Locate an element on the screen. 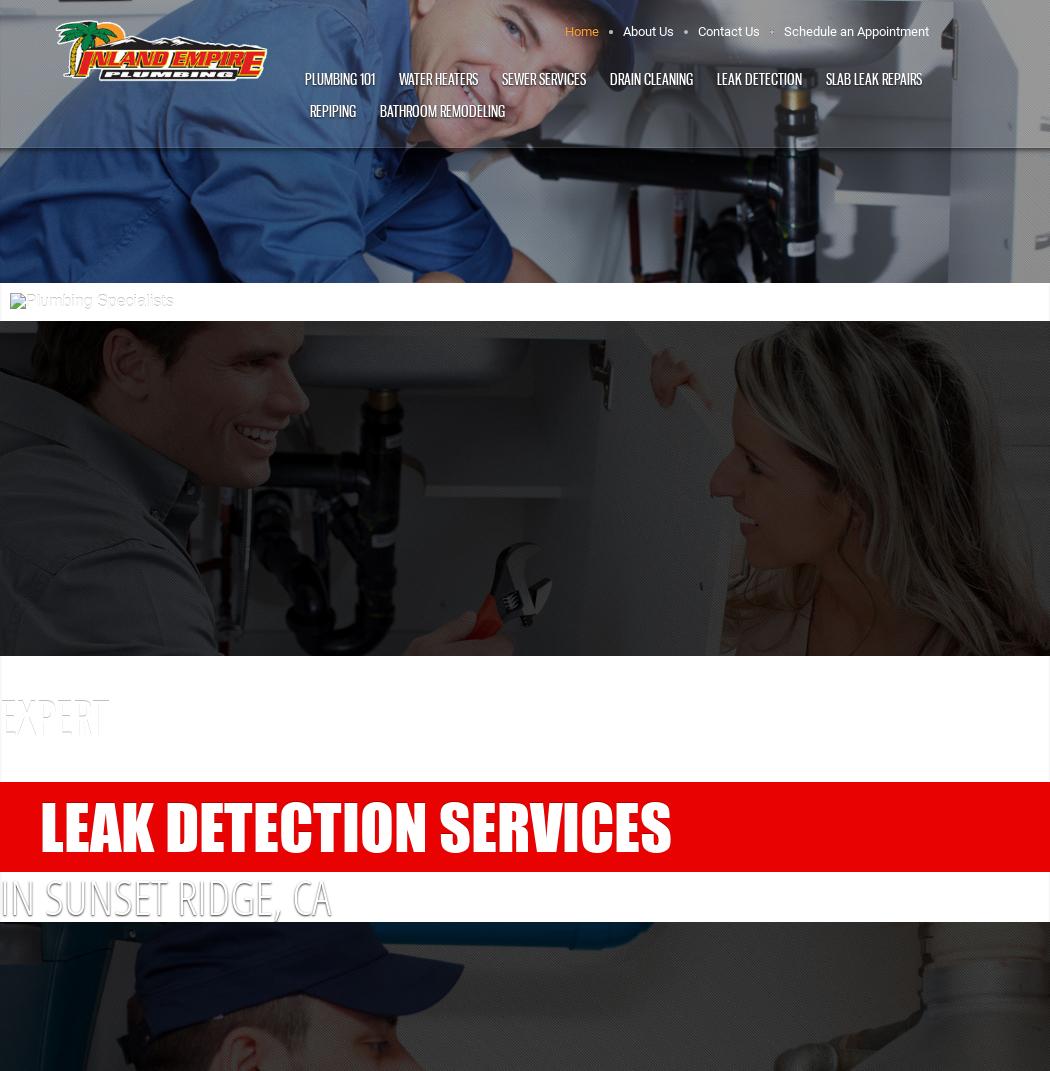 The width and height of the screenshot is (1050, 1071). 'Home' is located at coordinates (581, 30).